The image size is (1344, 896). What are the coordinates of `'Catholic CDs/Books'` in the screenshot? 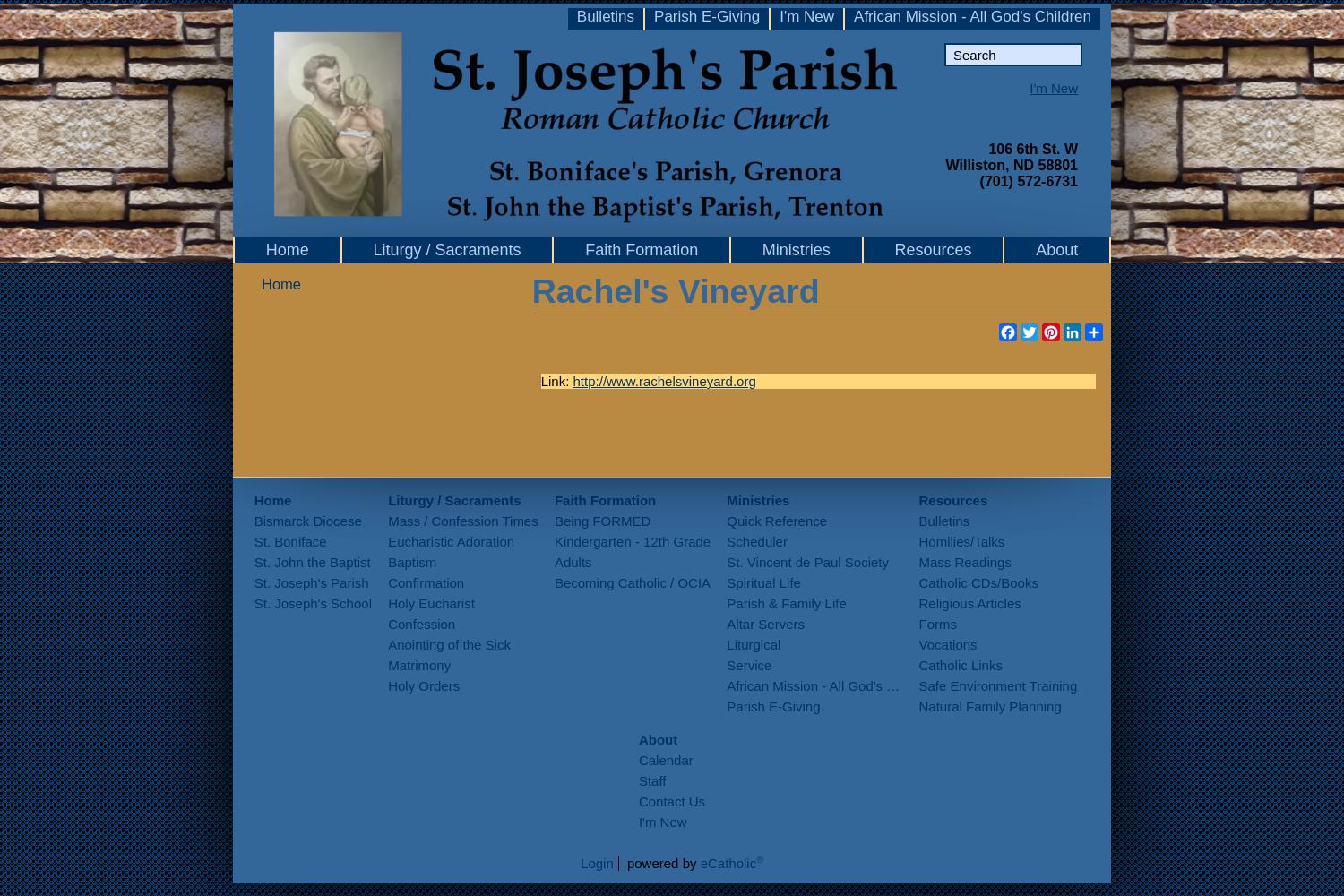 It's located at (977, 582).